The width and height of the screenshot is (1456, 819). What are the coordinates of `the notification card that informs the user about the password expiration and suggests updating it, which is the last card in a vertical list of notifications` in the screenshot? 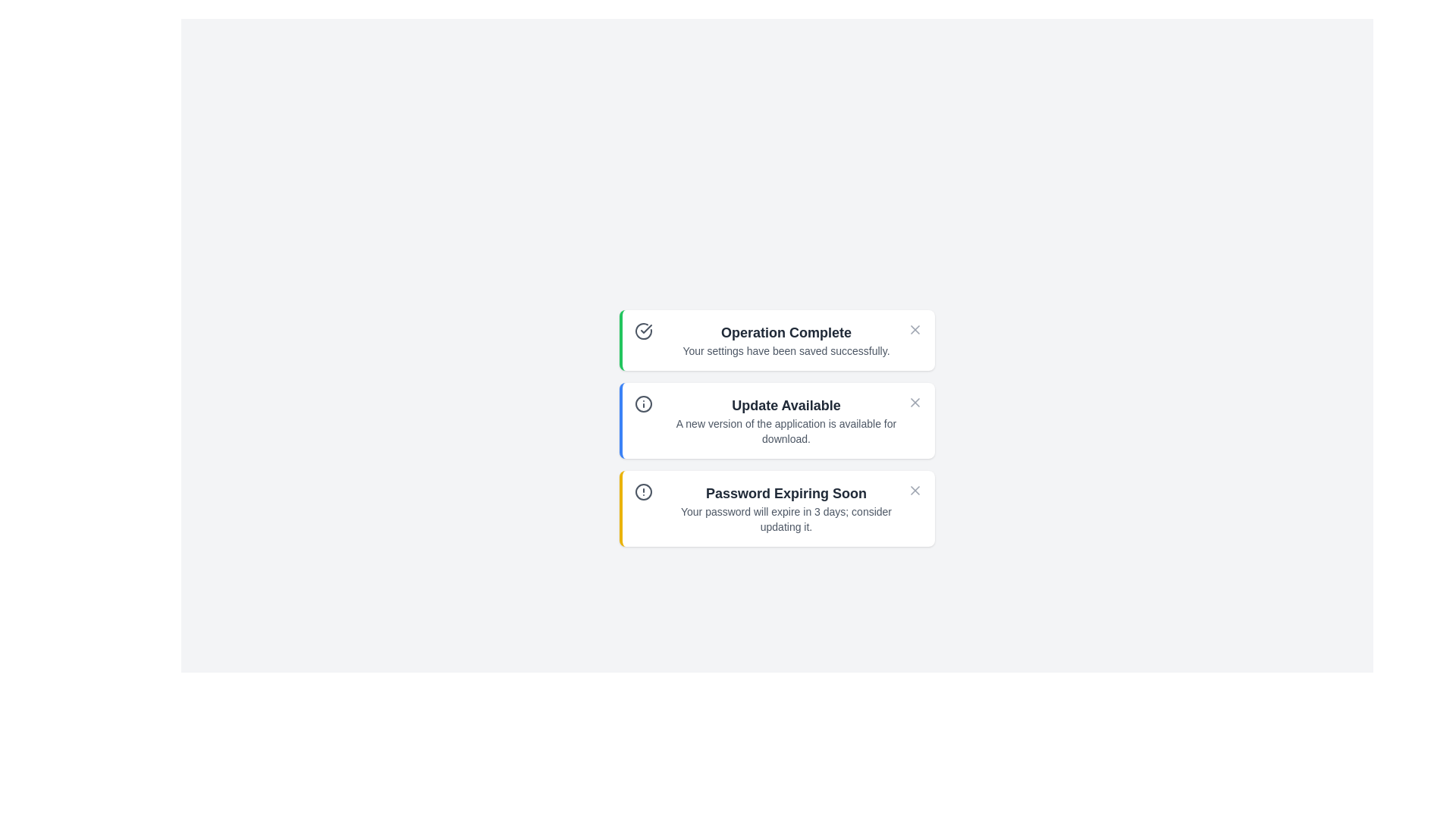 It's located at (786, 509).